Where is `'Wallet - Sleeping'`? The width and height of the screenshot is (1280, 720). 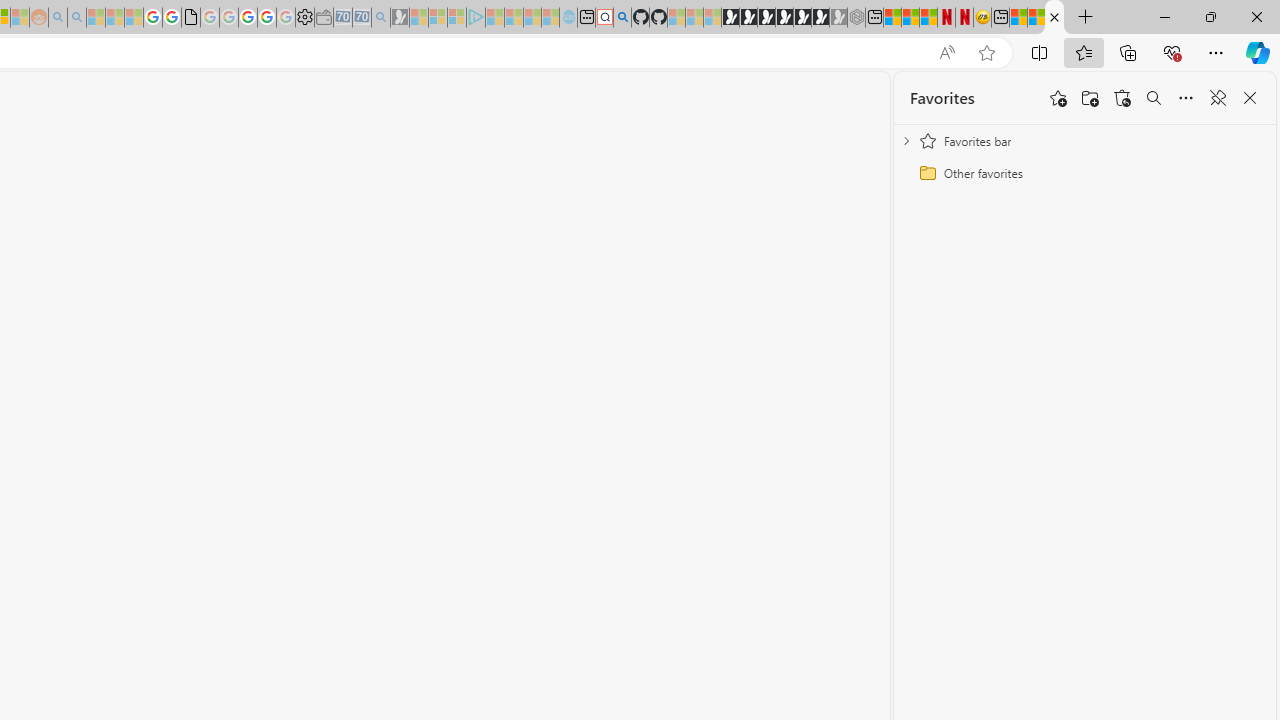 'Wallet - Sleeping' is located at coordinates (323, 17).